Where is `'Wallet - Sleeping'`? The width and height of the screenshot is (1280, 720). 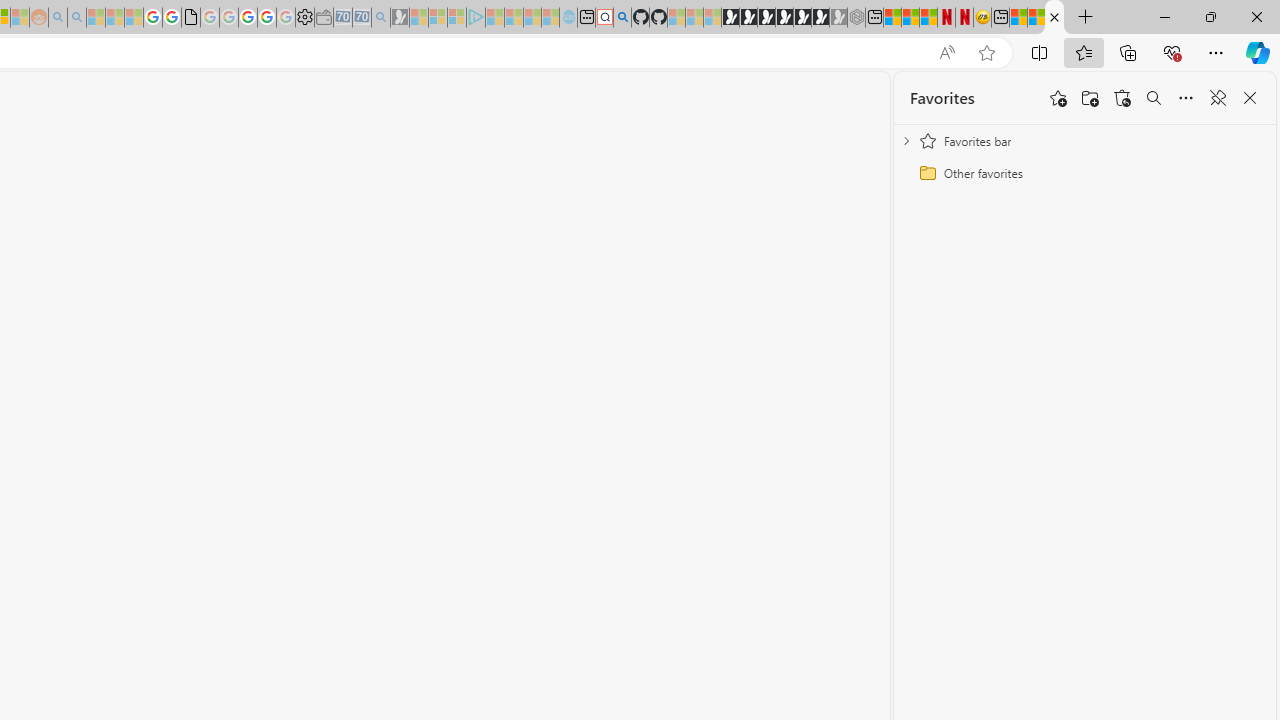 'Wallet - Sleeping' is located at coordinates (323, 17).